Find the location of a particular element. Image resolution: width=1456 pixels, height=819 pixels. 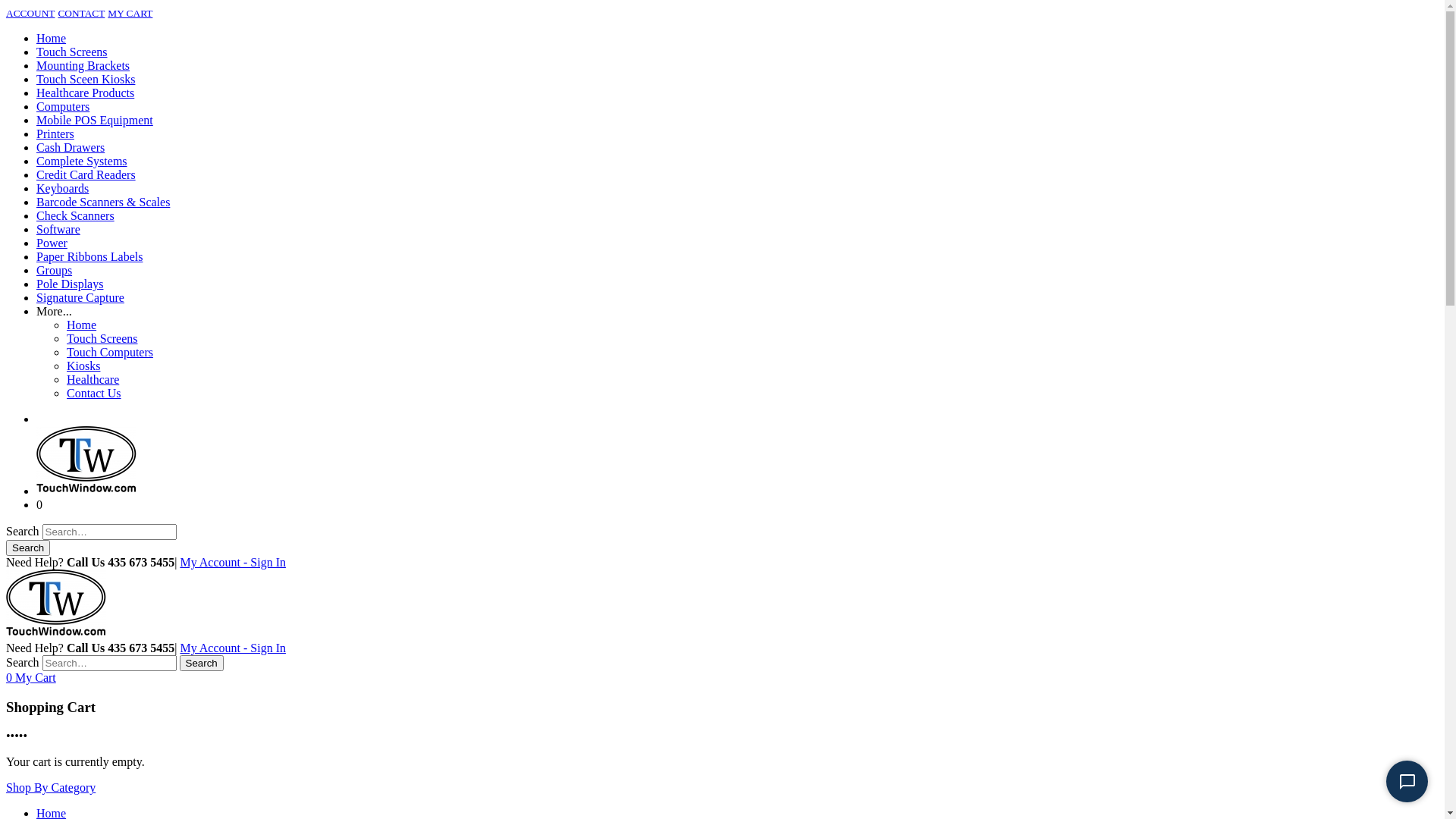

'Printers' is located at coordinates (55, 133).